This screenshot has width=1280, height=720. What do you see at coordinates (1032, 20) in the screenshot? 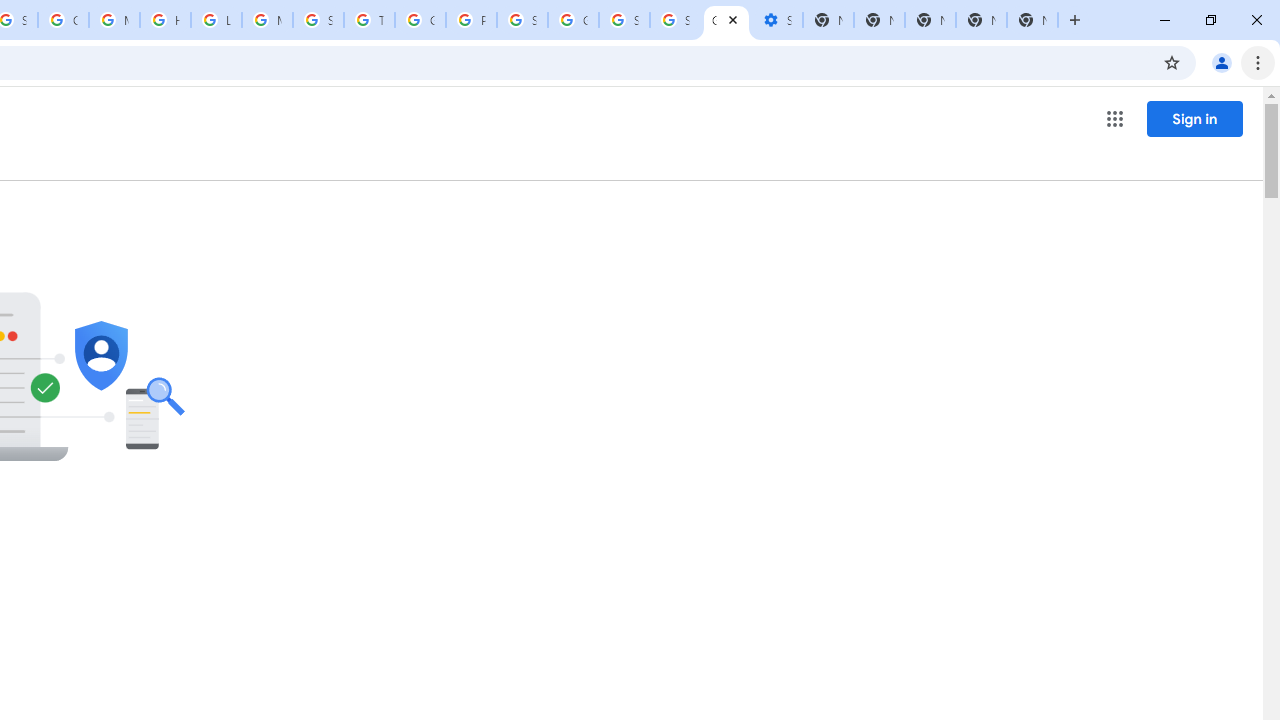
I see `'New Tab'` at bounding box center [1032, 20].